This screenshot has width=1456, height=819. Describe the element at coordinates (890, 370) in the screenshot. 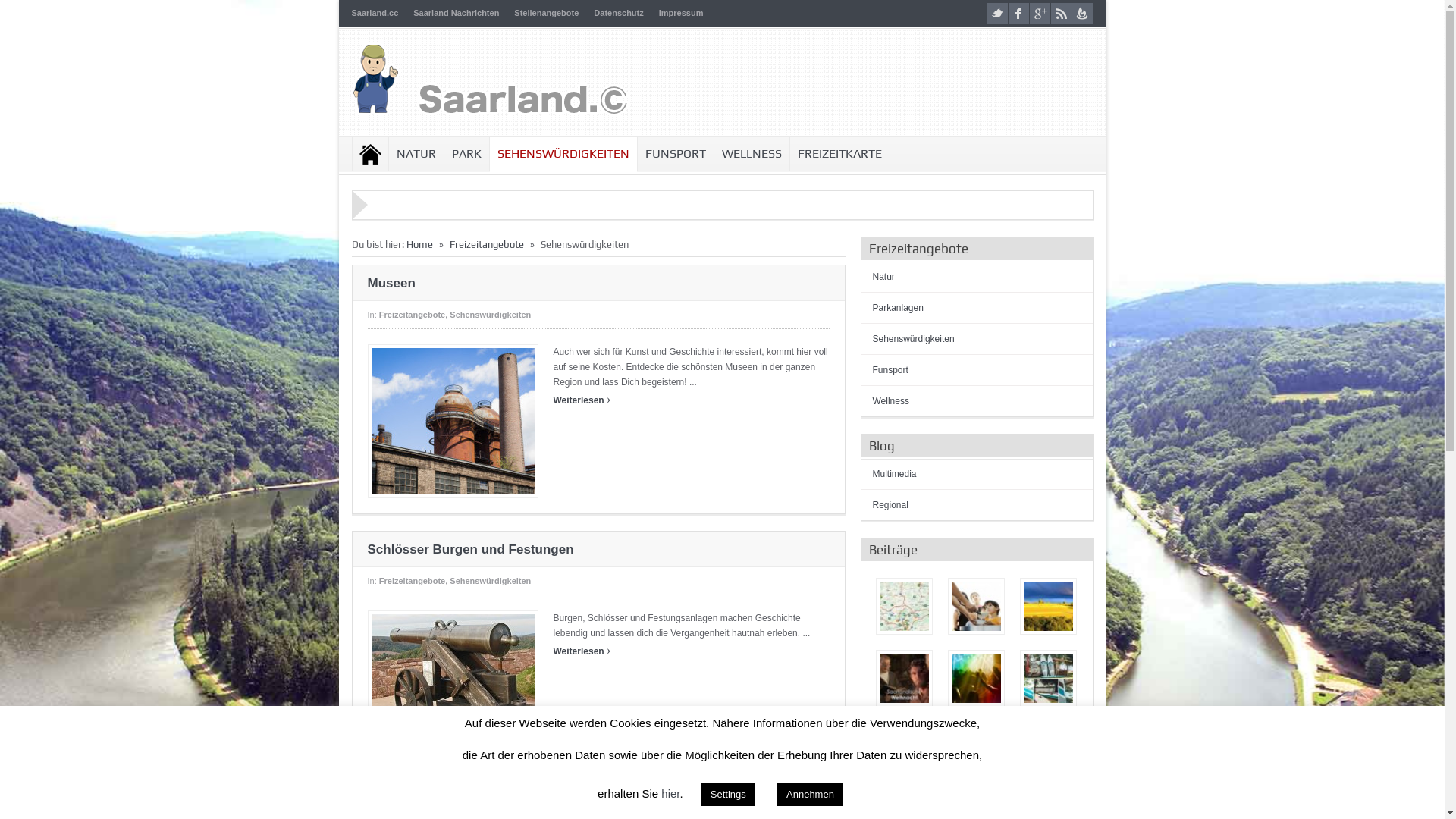

I see `'Funsport'` at that location.